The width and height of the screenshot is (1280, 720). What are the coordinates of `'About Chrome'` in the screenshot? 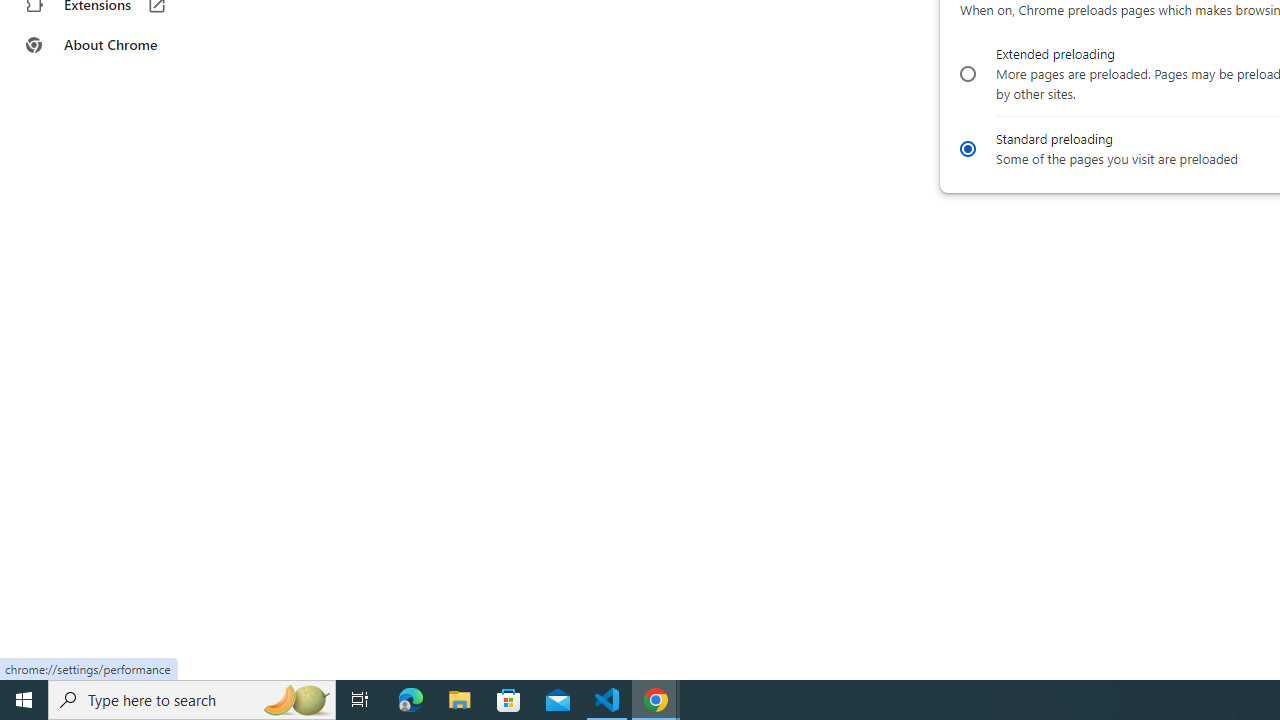 It's located at (123, 45).